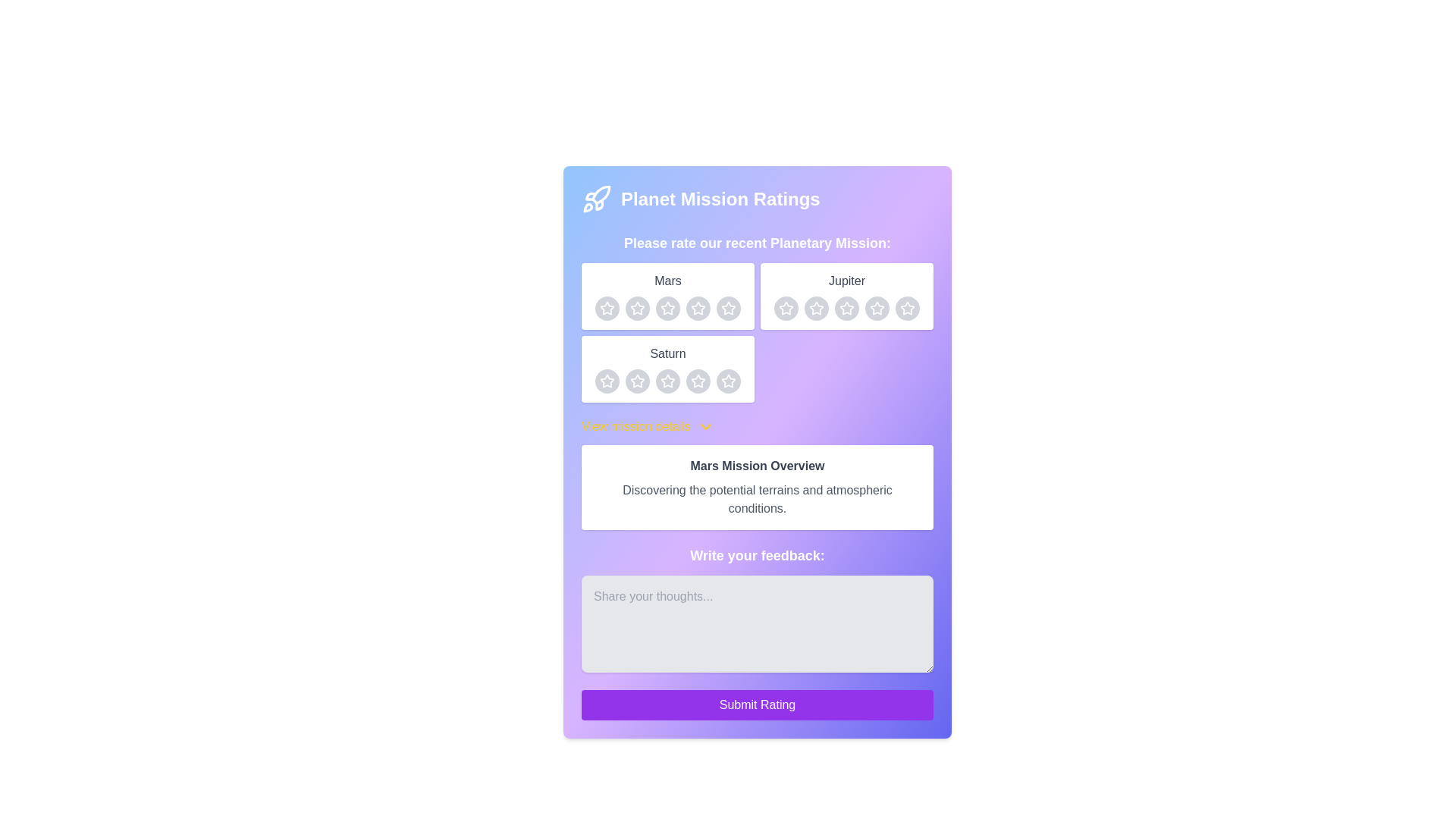 The width and height of the screenshot is (1456, 819). What do you see at coordinates (607, 308) in the screenshot?
I see `the first rating button for the Mars mission` at bounding box center [607, 308].